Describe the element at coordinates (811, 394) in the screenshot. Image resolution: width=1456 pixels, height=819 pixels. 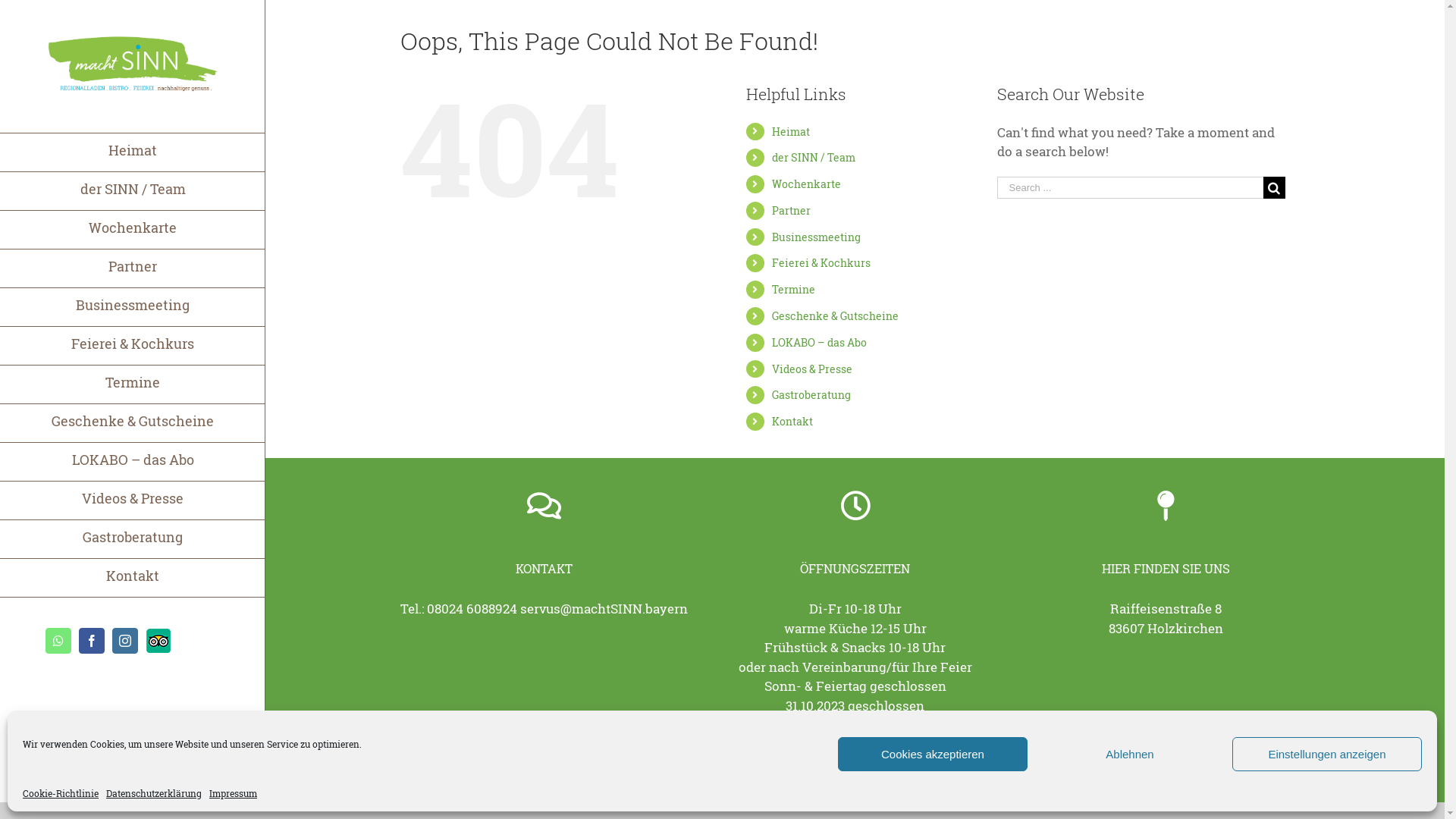
I see `'Gastroberatung'` at that location.